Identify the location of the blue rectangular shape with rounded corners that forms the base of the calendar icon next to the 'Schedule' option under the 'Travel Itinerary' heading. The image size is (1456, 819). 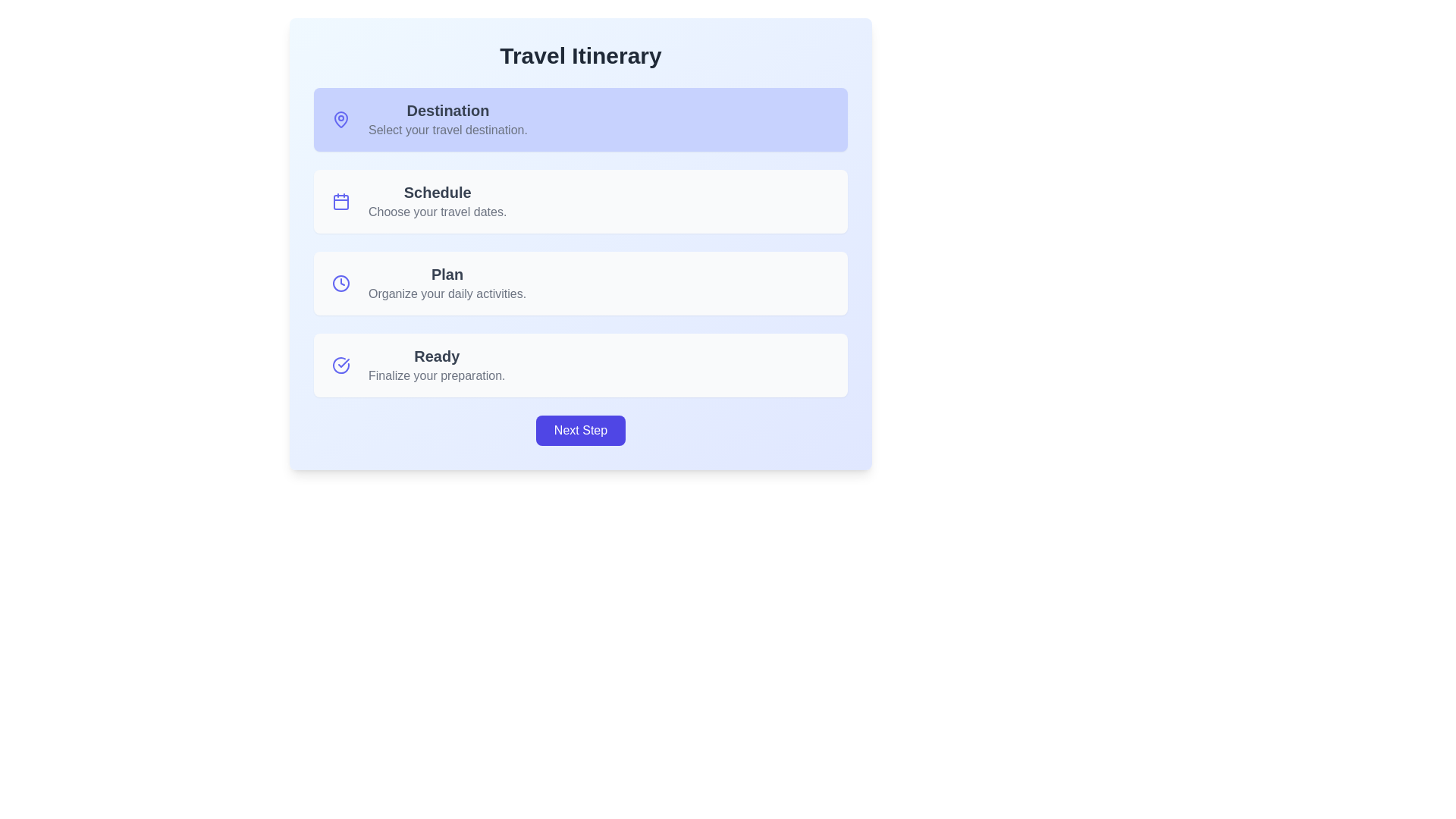
(340, 201).